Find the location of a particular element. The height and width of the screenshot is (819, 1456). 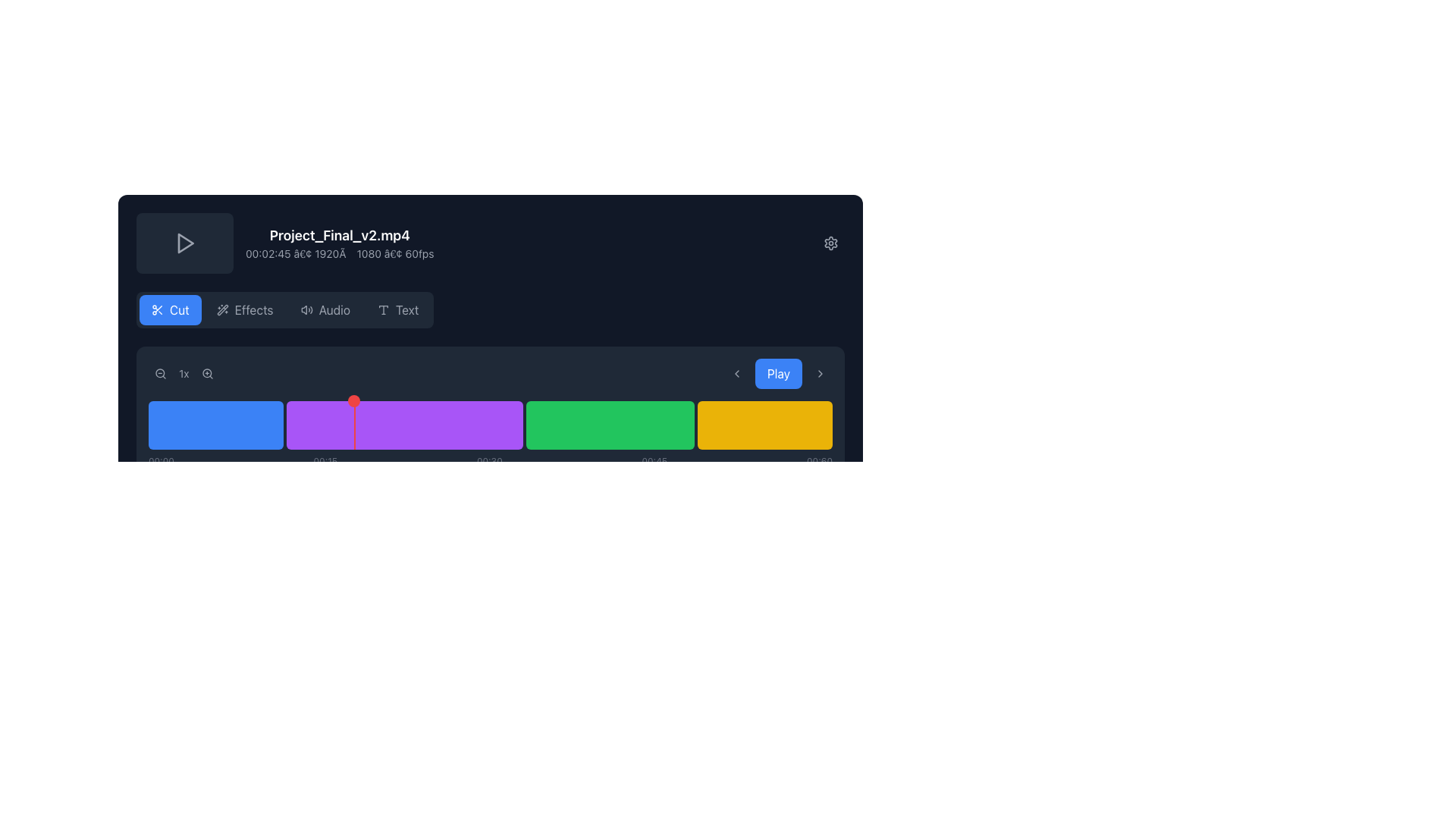

the static text label displaying '00:60', which is the last timestamp in a sequence of timestamps aligned with a timeline component is located at coordinates (818, 461).